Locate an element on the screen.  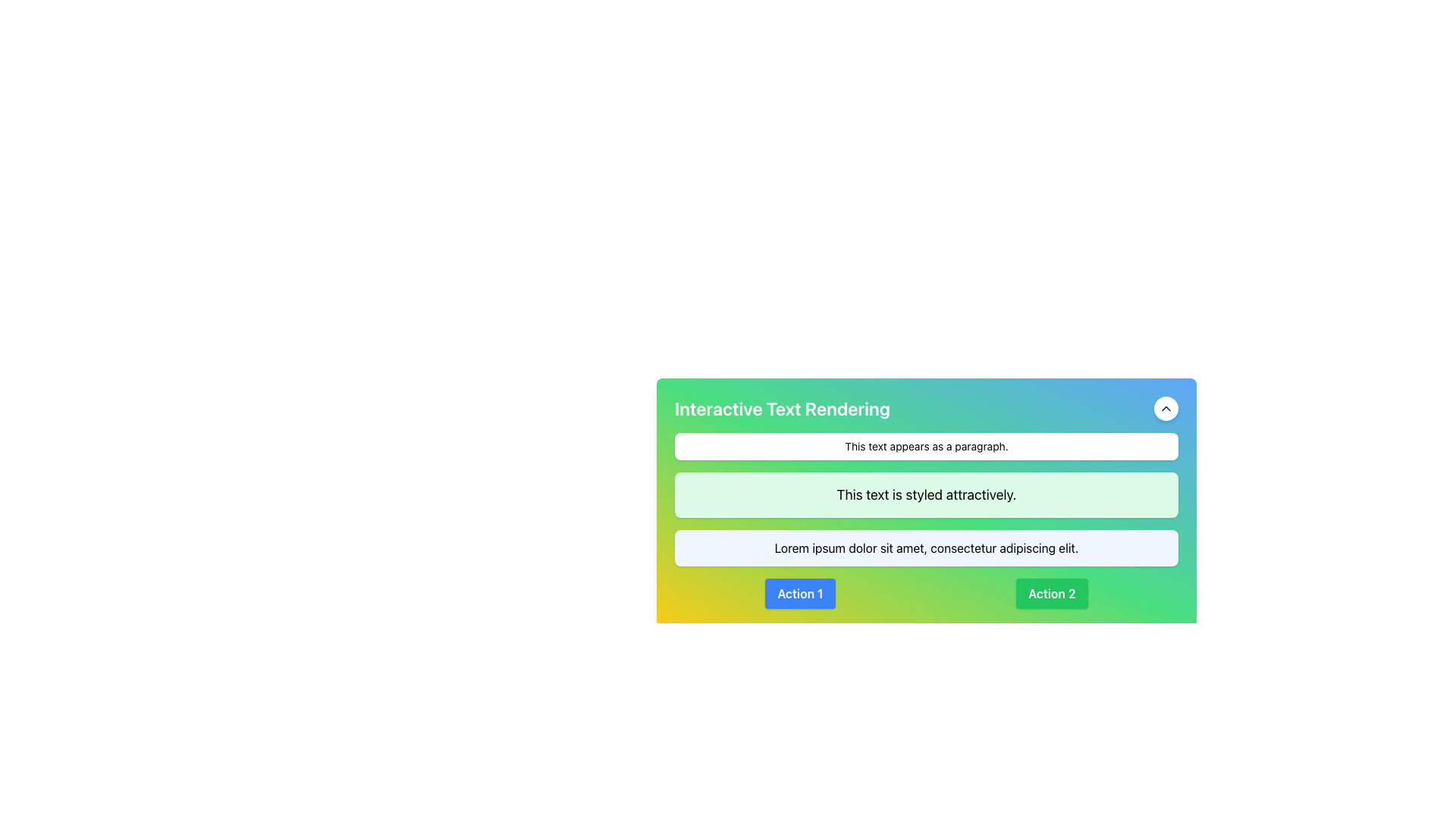
the blue button with white text reading 'Action 1' to observe the color change effect is located at coordinates (799, 593).